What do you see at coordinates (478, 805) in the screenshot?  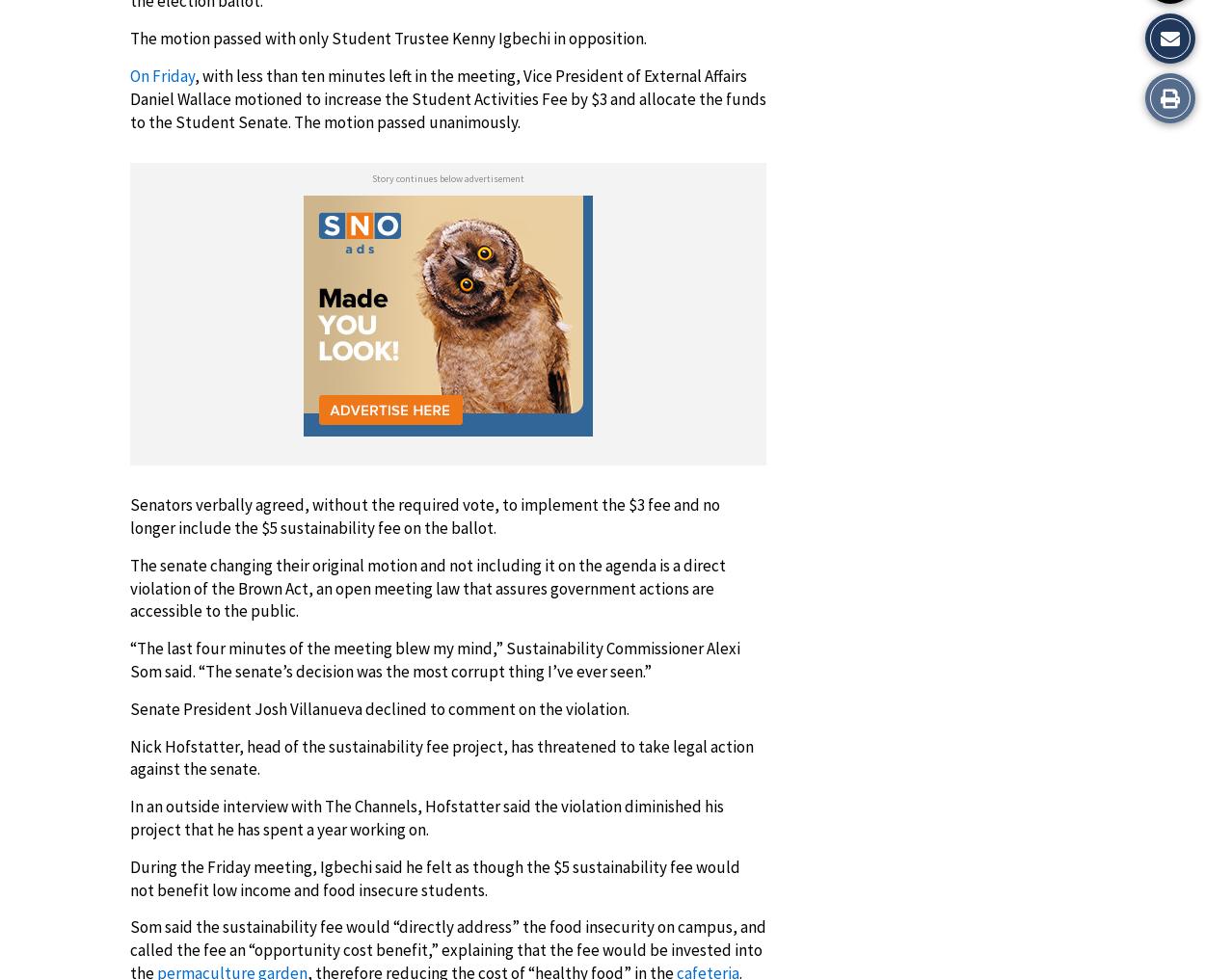 I see `'Hofstatter said'` at bounding box center [478, 805].